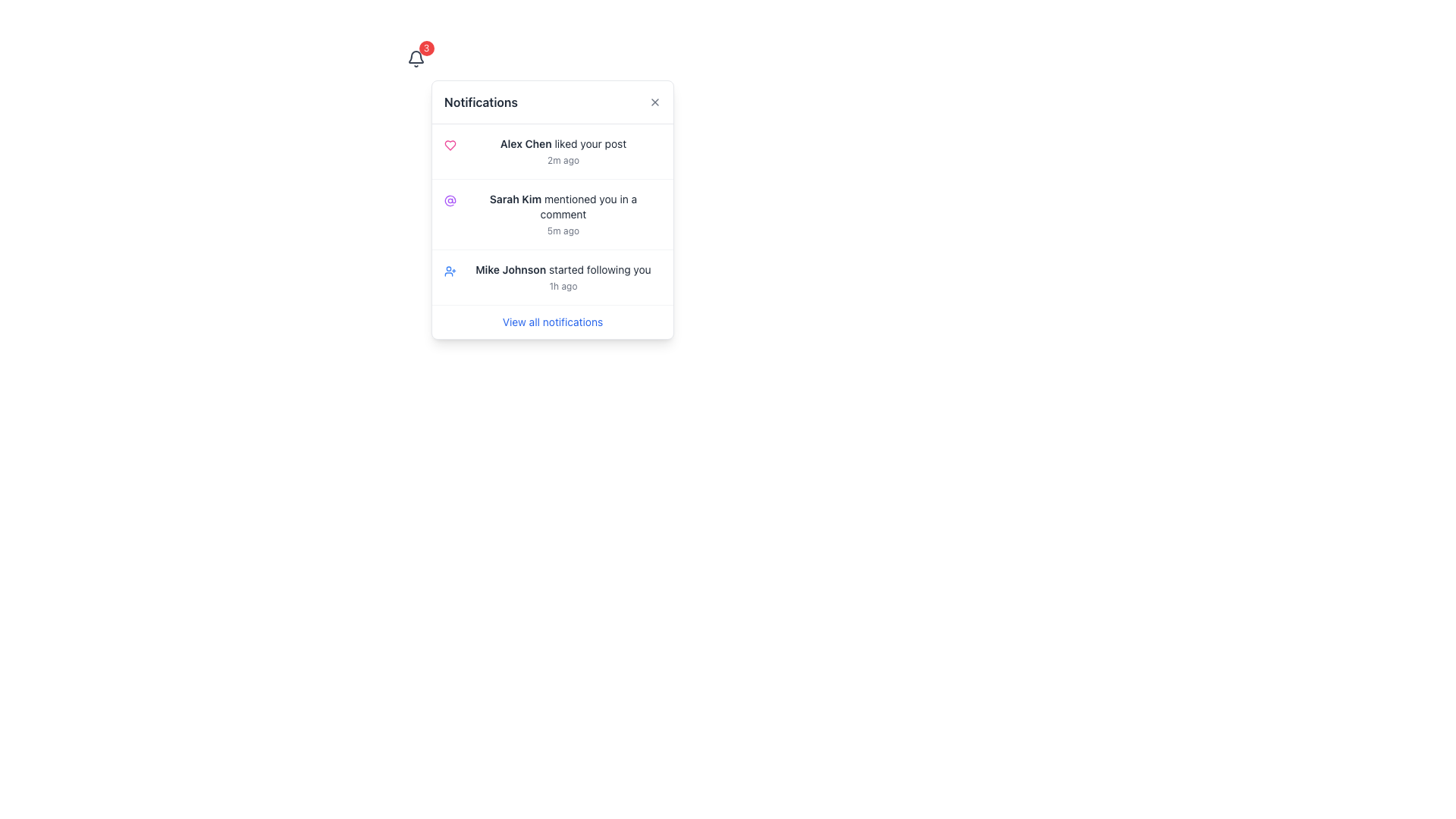  What do you see at coordinates (552, 278) in the screenshot?
I see `the third notification entry in the dropdown panel that informs the user of a new follower interaction` at bounding box center [552, 278].